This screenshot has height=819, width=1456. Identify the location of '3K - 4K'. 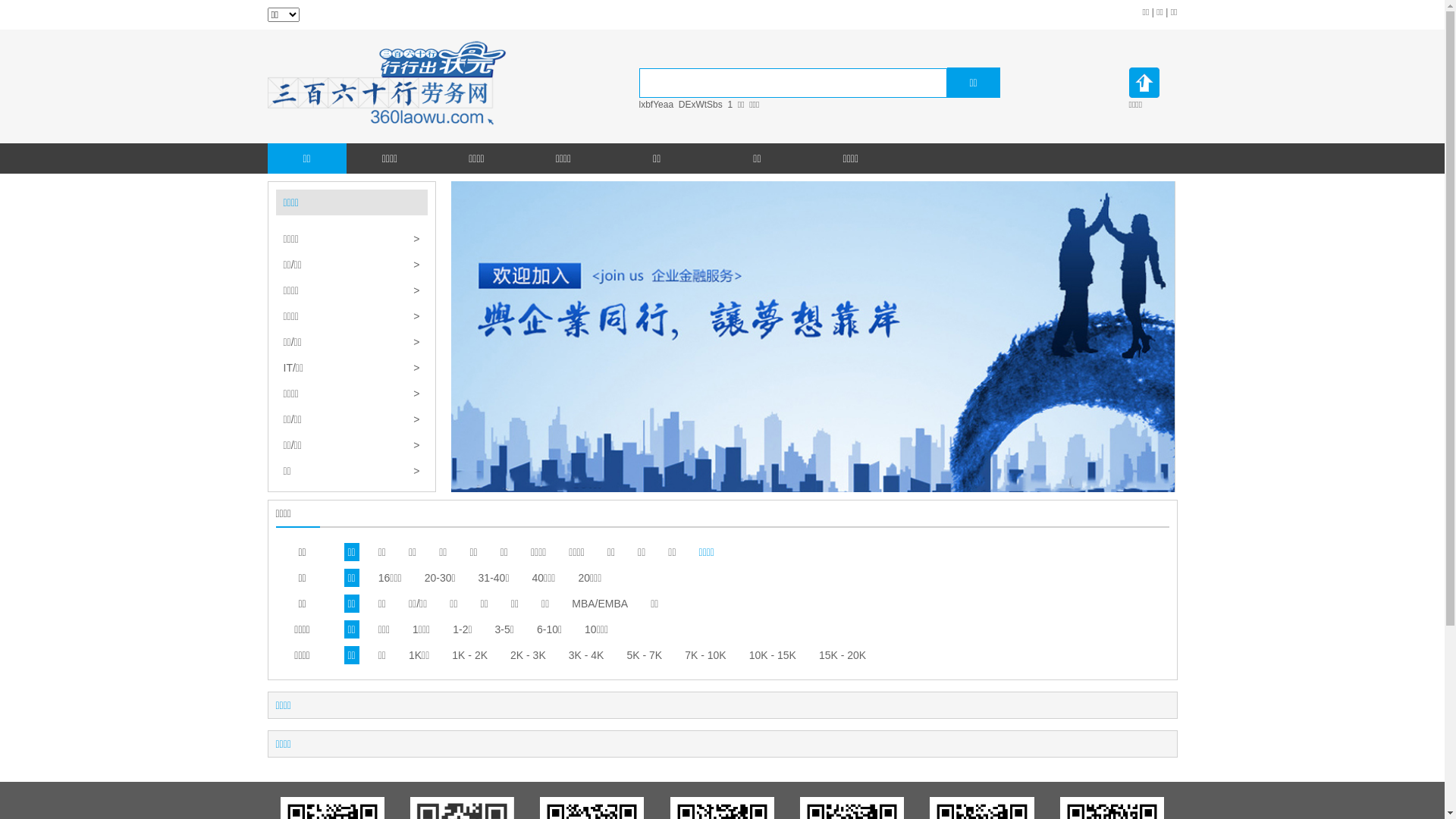
(585, 654).